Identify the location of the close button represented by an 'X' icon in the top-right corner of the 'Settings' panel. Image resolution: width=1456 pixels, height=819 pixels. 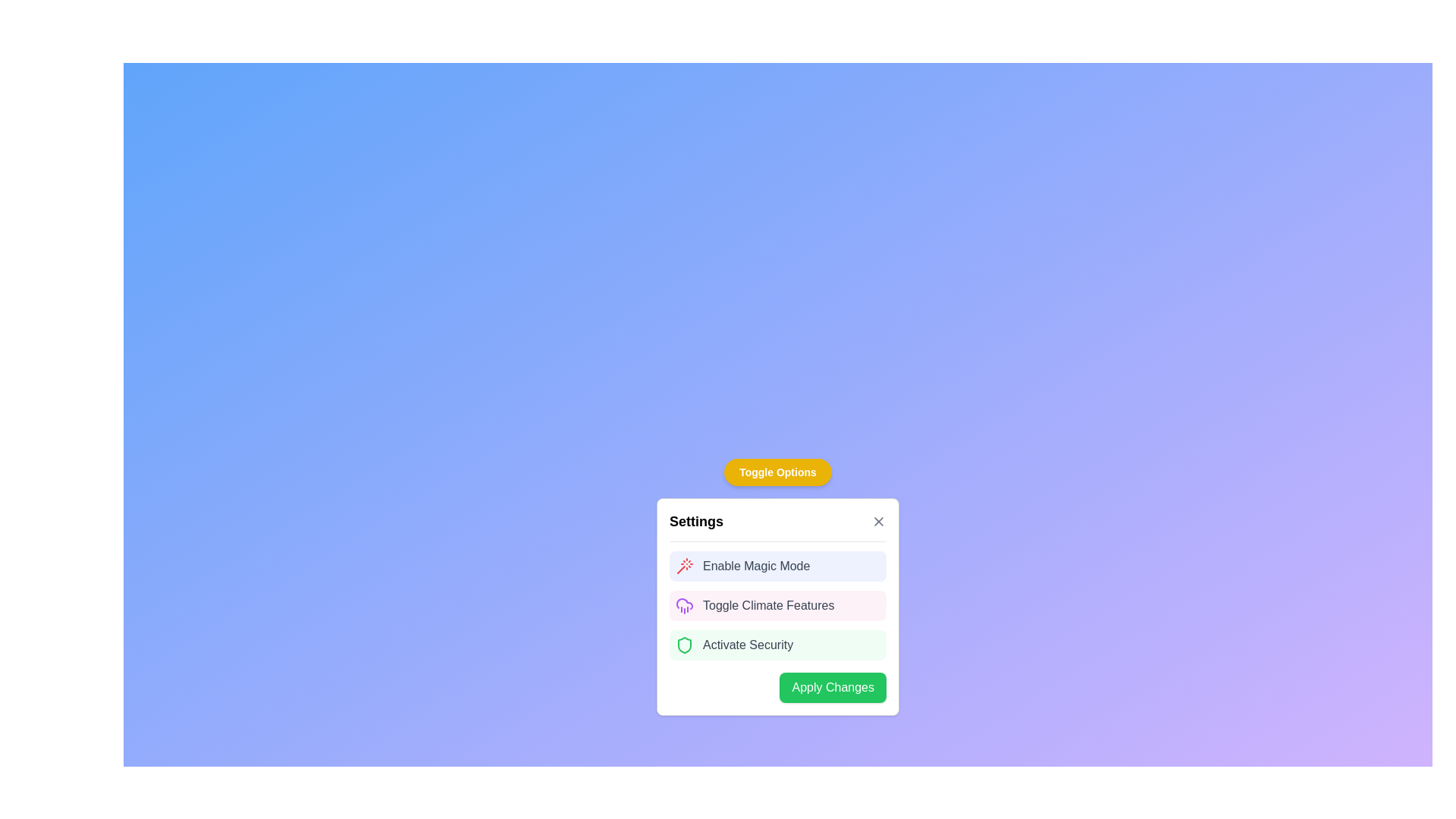
(878, 520).